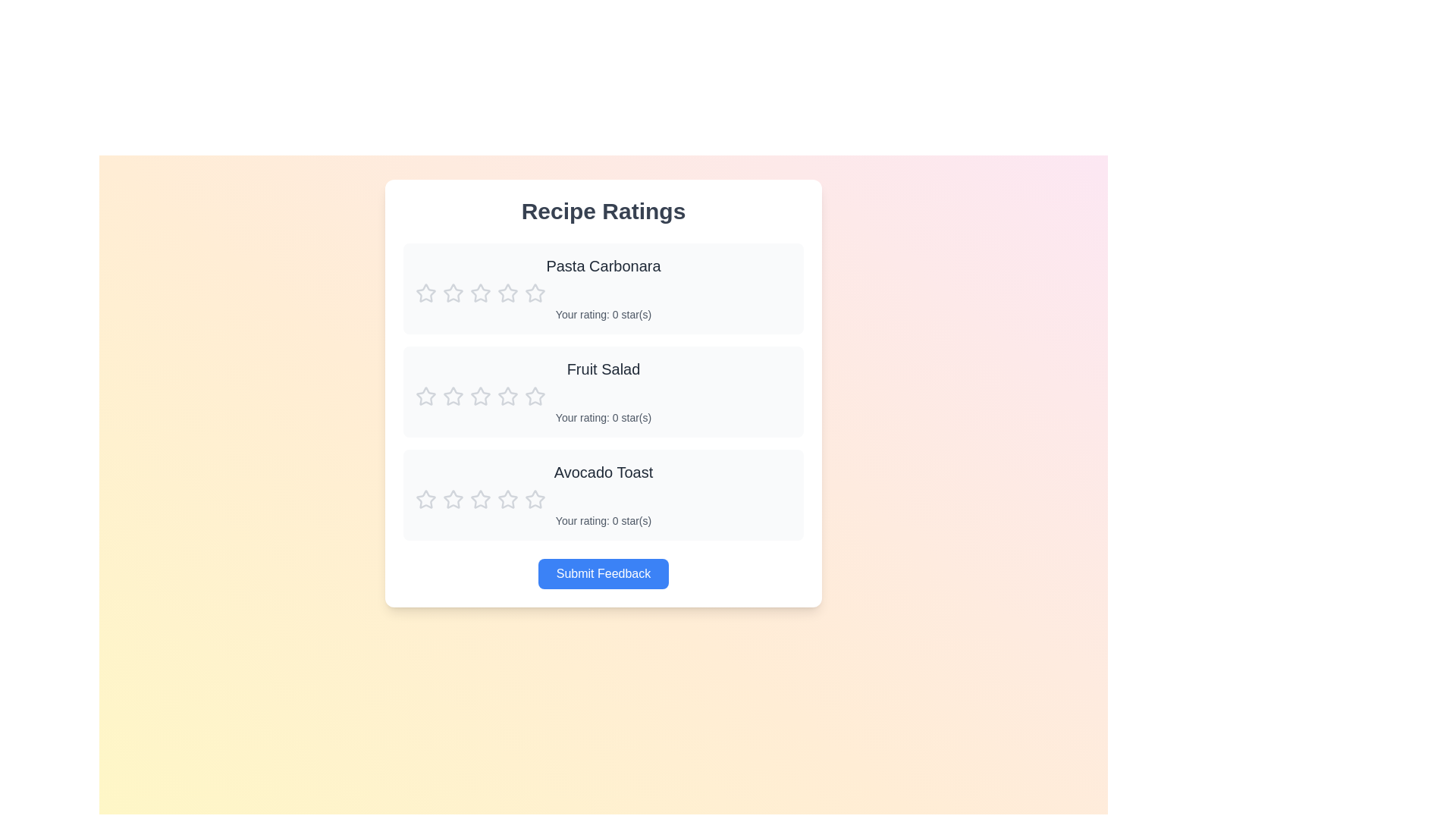 Image resolution: width=1456 pixels, height=819 pixels. Describe the element at coordinates (603, 472) in the screenshot. I see `the text label displaying 'Avocado Toast'` at that location.